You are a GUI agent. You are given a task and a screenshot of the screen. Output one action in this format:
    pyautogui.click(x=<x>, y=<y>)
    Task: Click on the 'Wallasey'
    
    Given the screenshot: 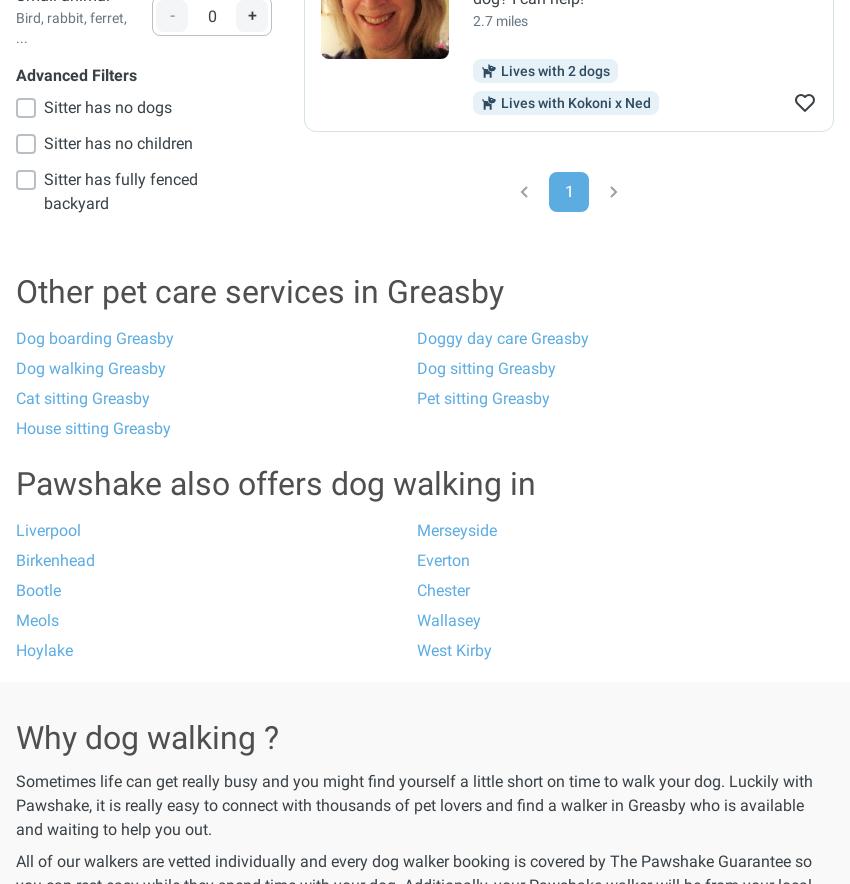 What is the action you would take?
    pyautogui.click(x=447, y=620)
    